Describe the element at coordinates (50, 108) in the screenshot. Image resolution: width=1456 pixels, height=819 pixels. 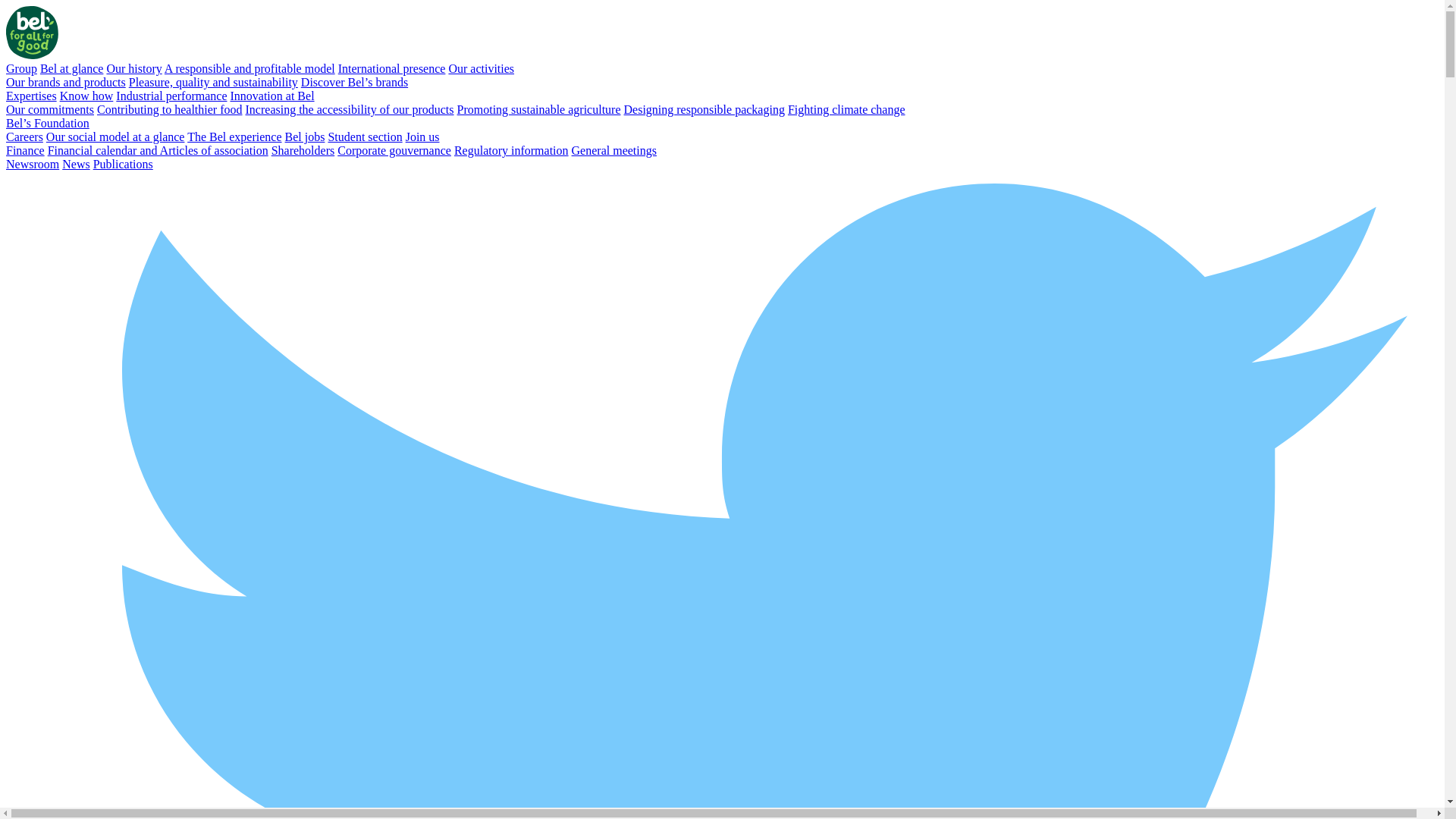
I see `'Our commitments'` at that location.